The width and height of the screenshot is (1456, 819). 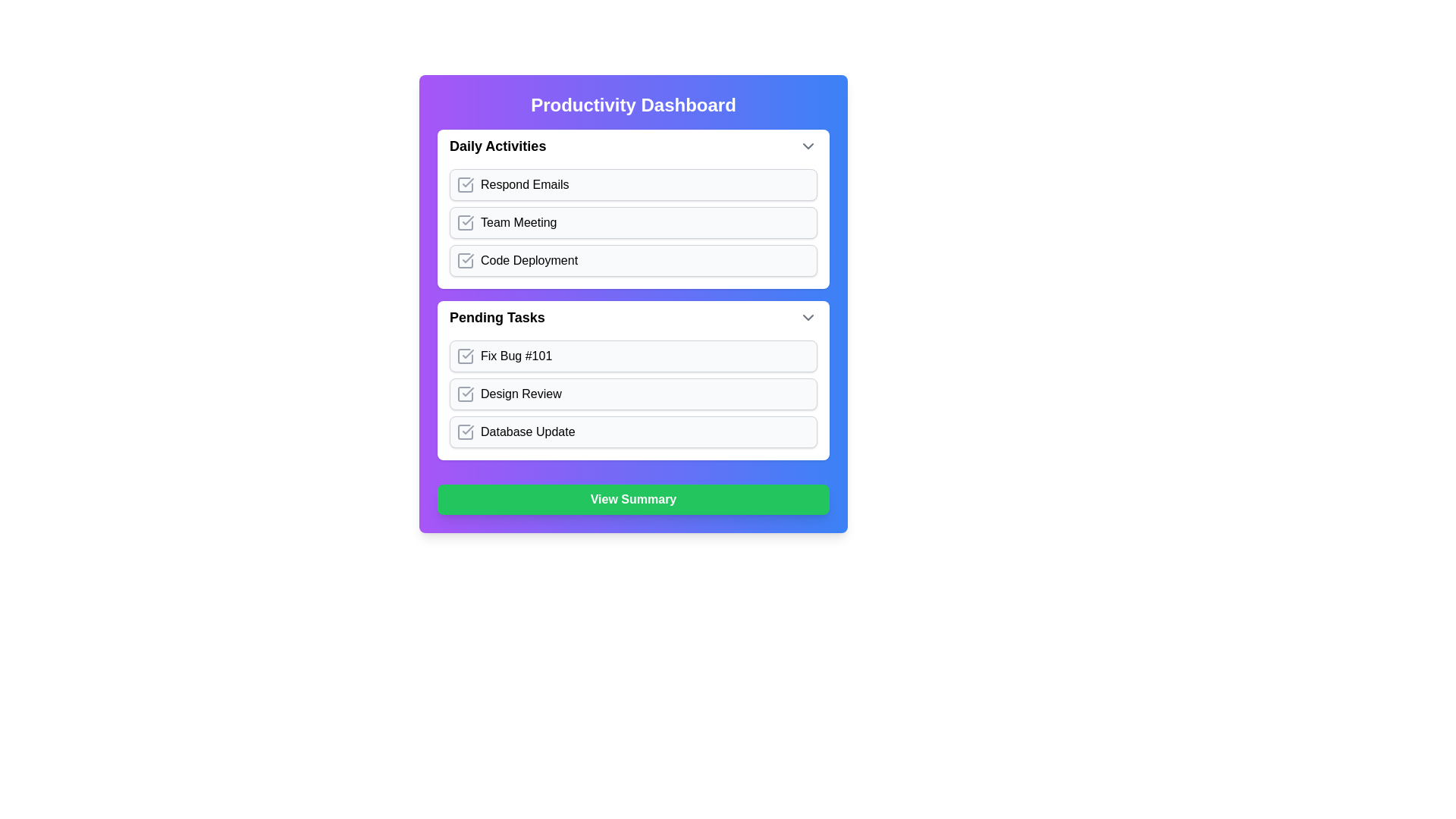 What do you see at coordinates (465, 222) in the screenshot?
I see `the graphical icon within the checkbox component for the 'Team Meeting' item in the 'Daily Activities' section` at bounding box center [465, 222].